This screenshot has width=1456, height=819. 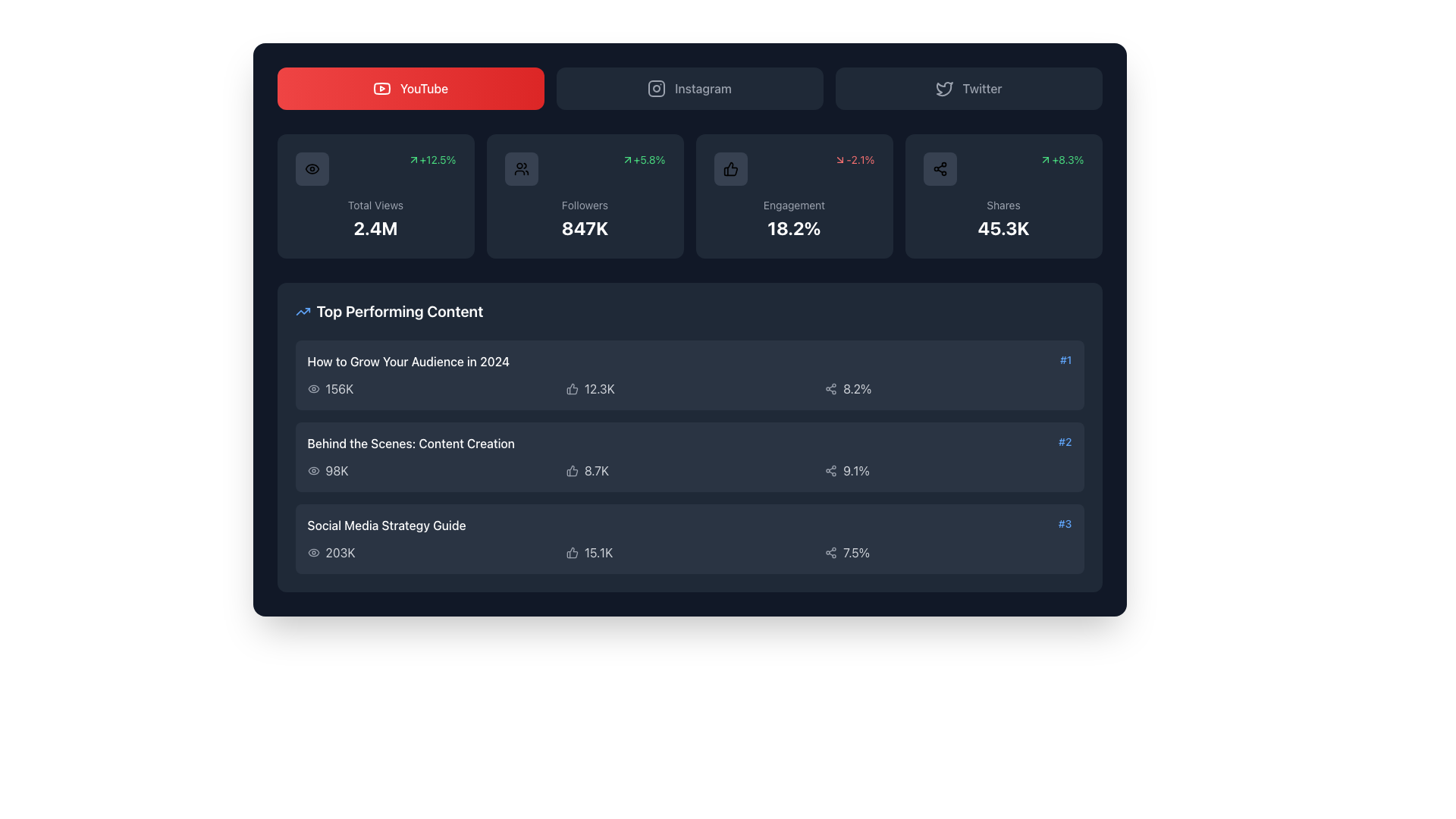 What do you see at coordinates (410, 88) in the screenshot?
I see `the leftmost navigational button at the top center of the interface, which likely redirects to a YouTube-related page` at bounding box center [410, 88].